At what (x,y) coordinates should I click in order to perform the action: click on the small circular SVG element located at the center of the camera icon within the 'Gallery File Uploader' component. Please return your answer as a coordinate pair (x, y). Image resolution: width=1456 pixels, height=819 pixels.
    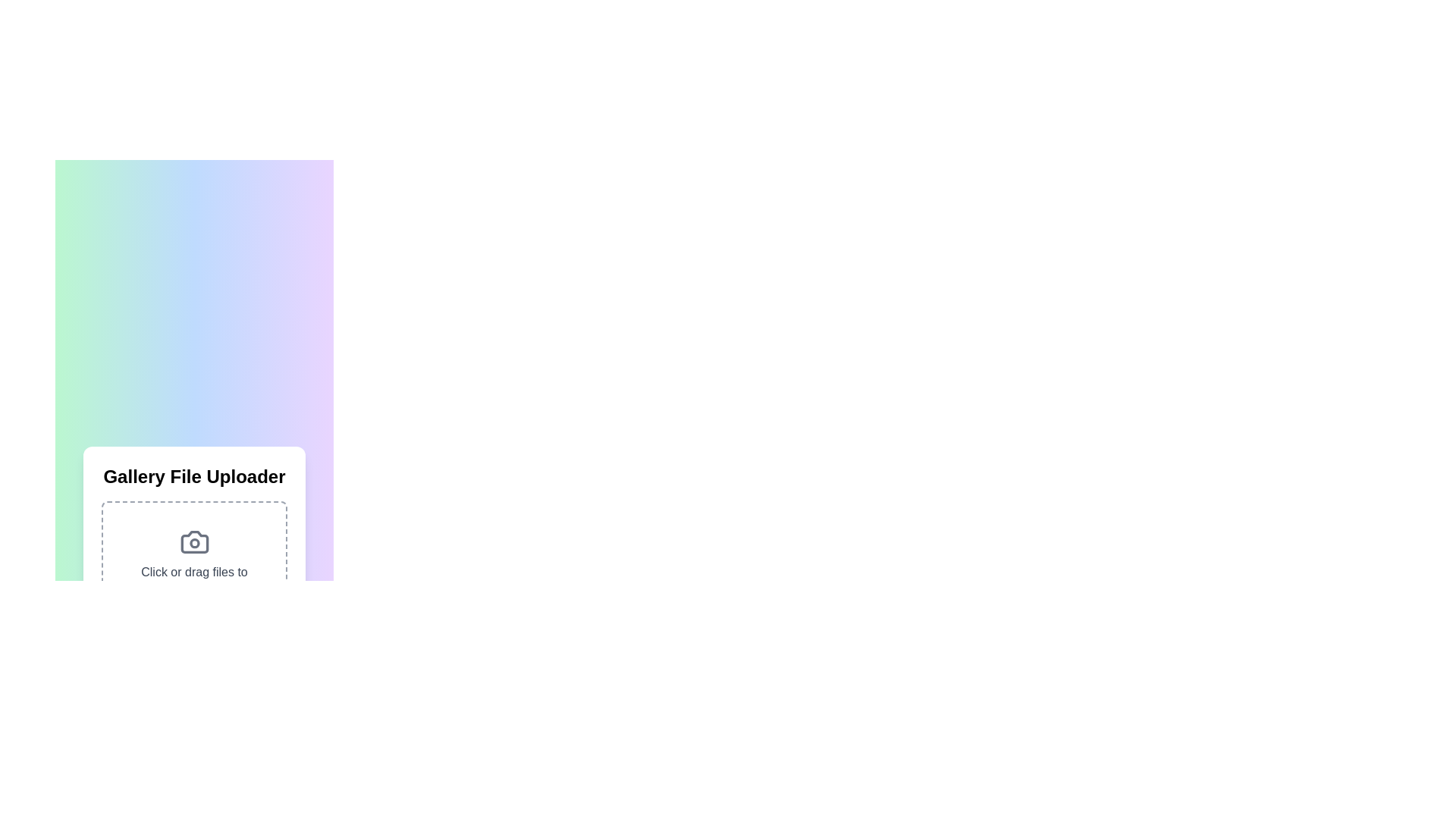
    Looking at the image, I should click on (193, 542).